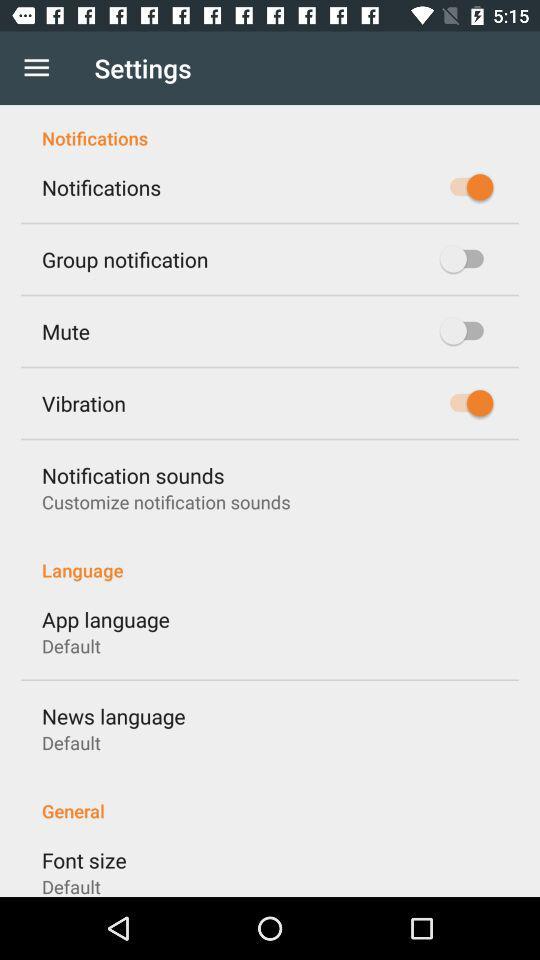 Image resolution: width=540 pixels, height=960 pixels. I want to click on item above mute icon, so click(125, 258).